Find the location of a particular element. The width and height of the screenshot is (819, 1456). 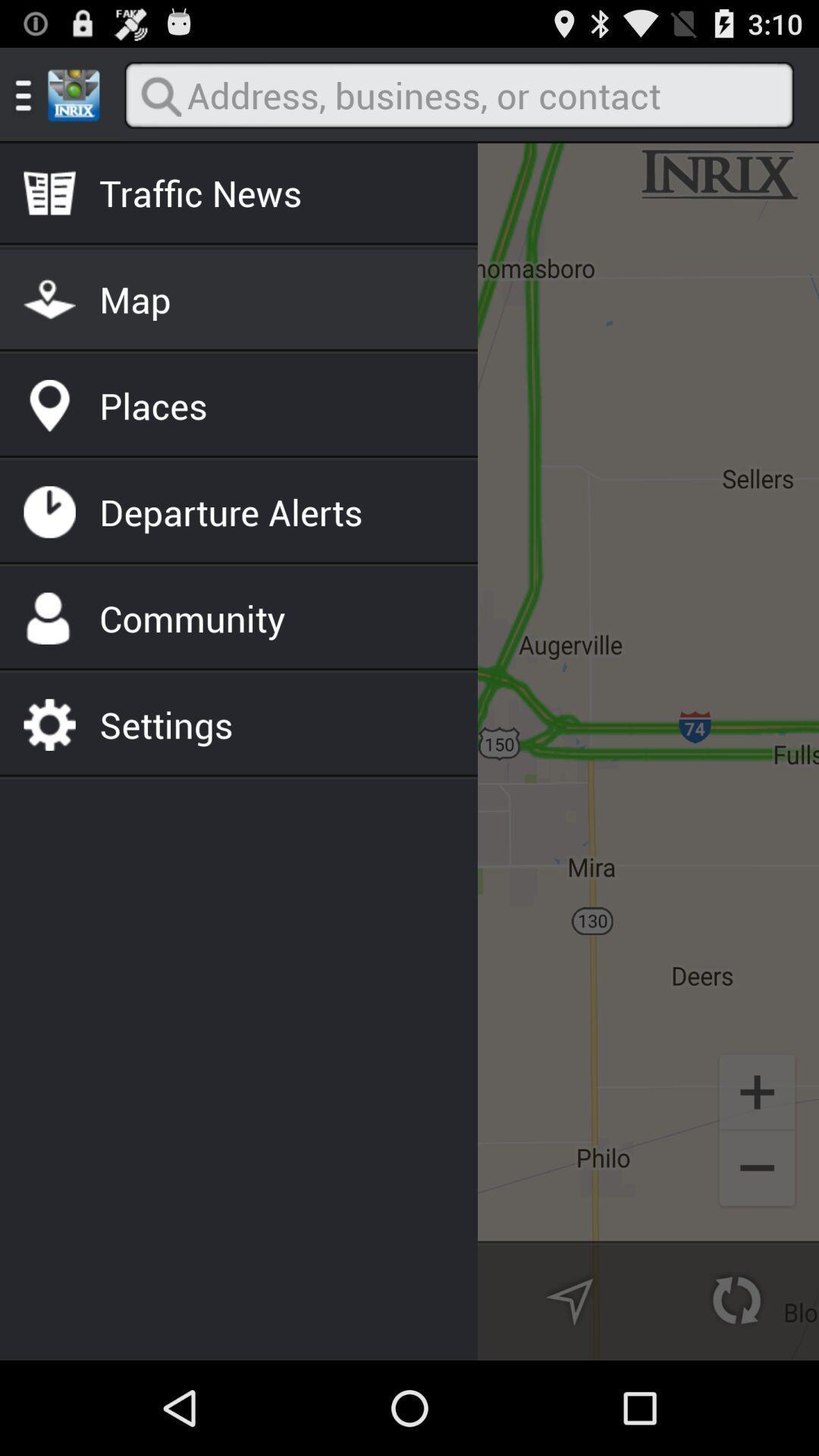

the departure alerts is located at coordinates (231, 512).